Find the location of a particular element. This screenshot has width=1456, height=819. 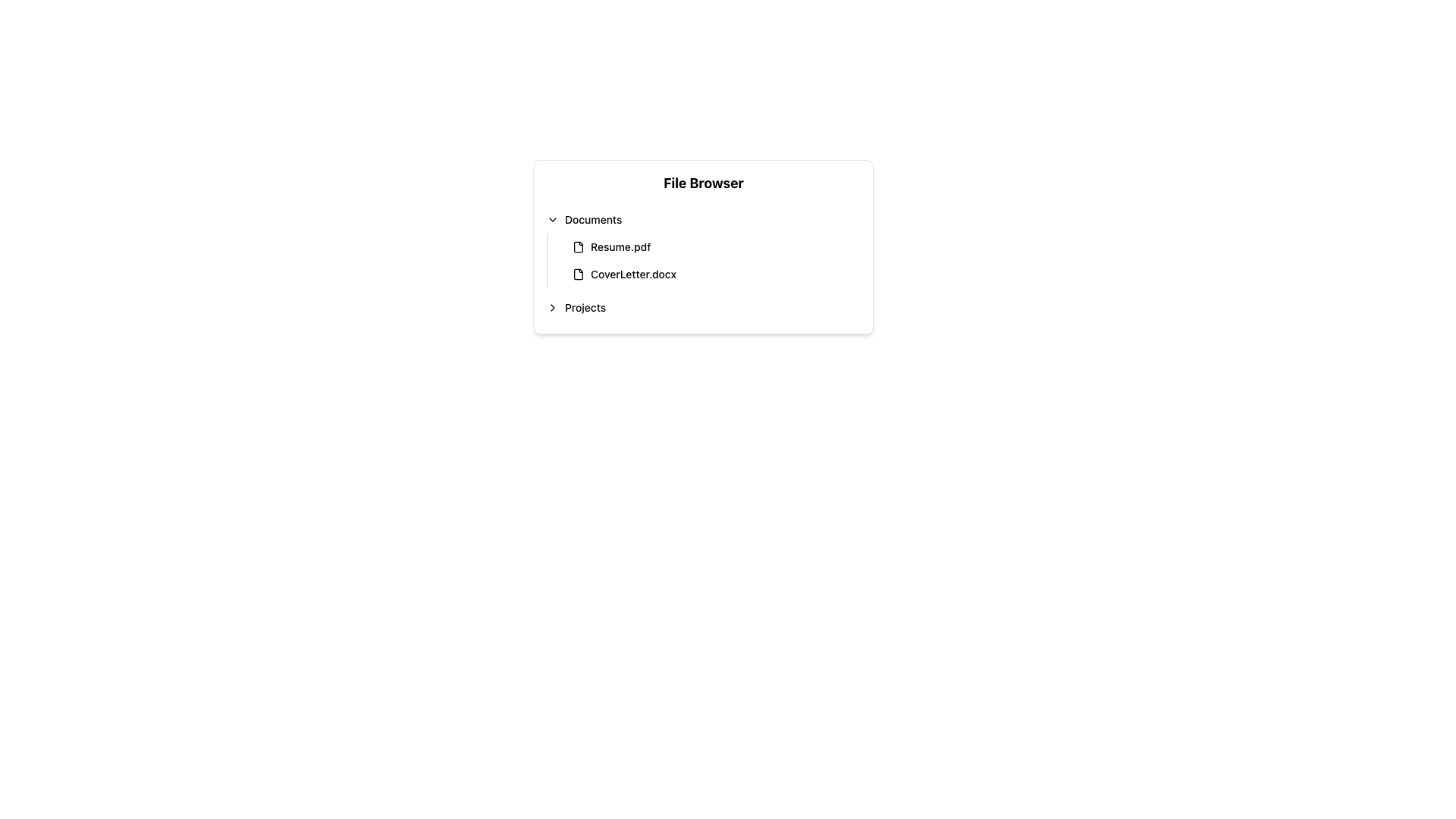

the text label displaying the file name 'CoverLetter.docx' is located at coordinates (633, 275).